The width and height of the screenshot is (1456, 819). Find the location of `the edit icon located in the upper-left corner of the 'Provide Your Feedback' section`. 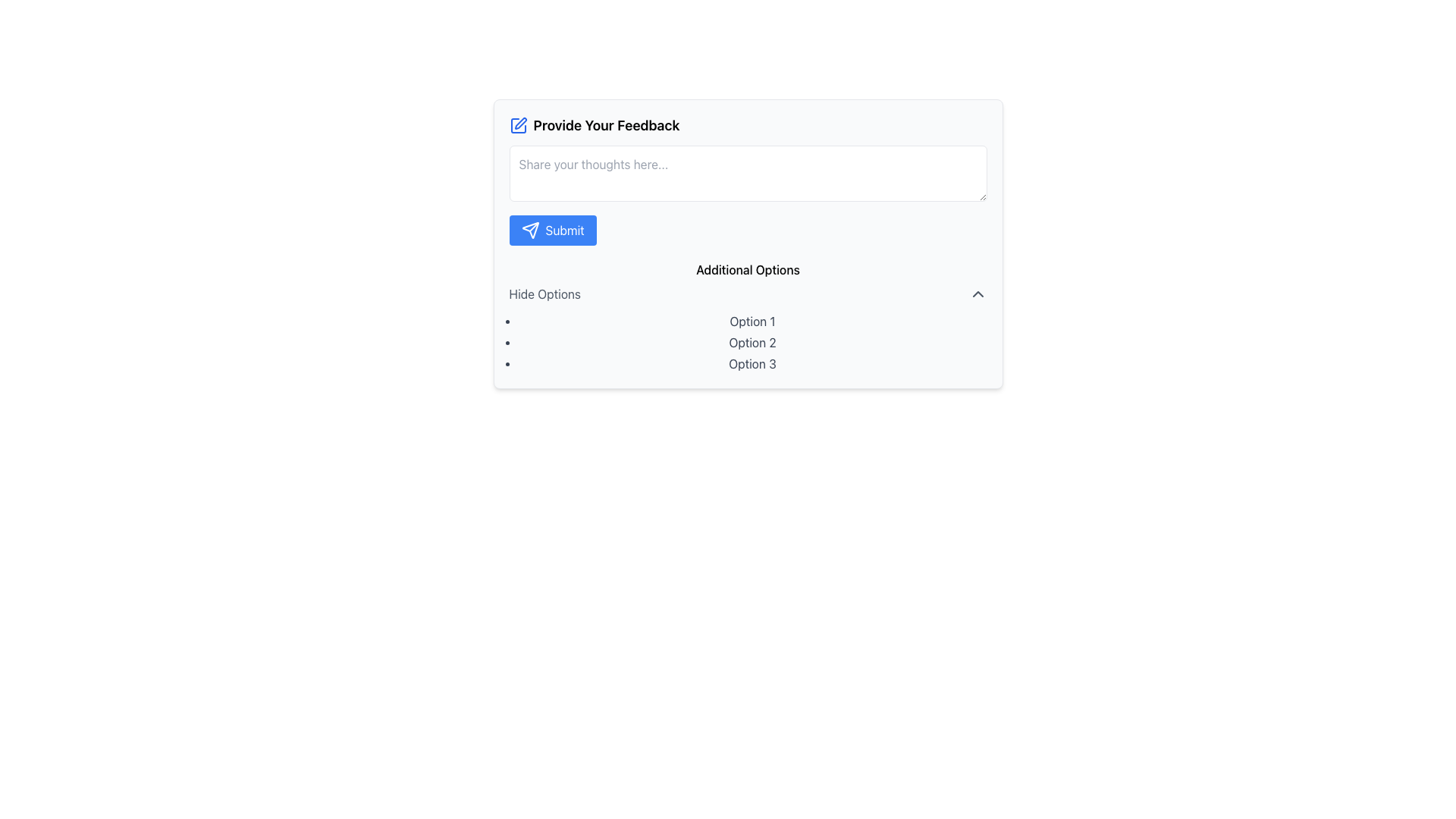

the edit icon located in the upper-left corner of the 'Provide Your Feedback' section is located at coordinates (520, 122).